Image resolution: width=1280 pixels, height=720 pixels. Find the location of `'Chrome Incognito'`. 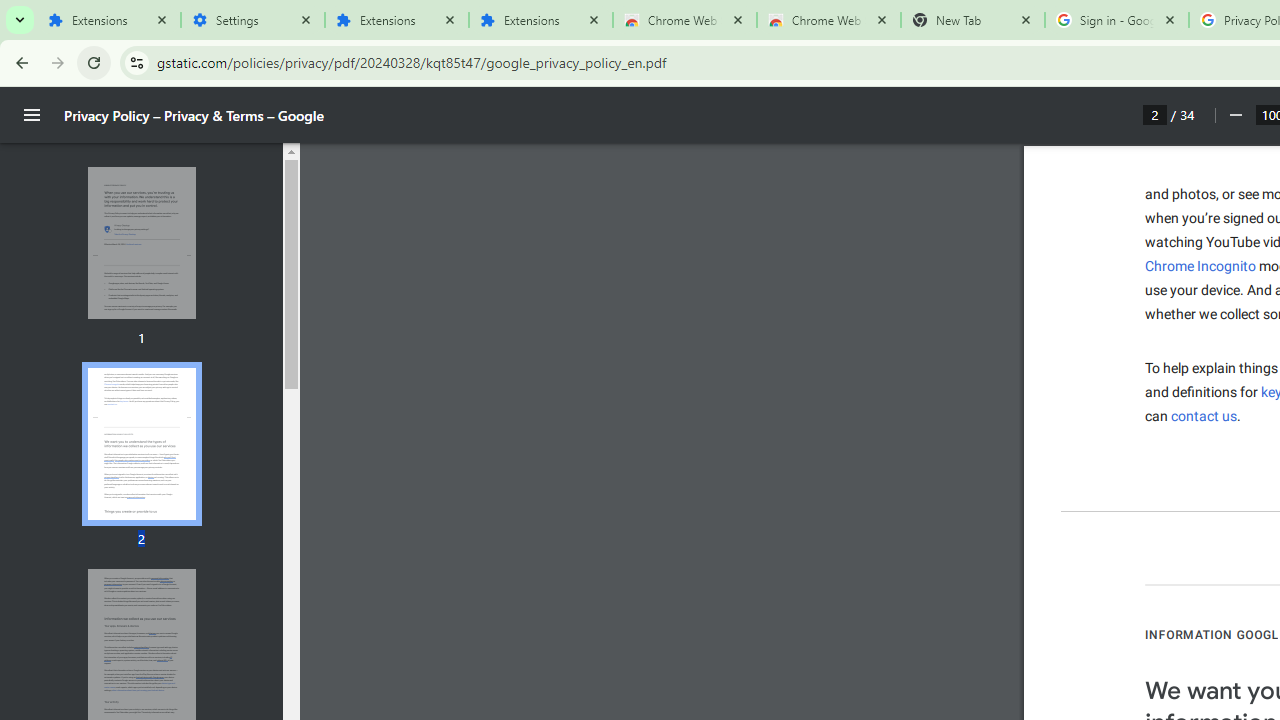

'Chrome Incognito' is located at coordinates (1200, 265).